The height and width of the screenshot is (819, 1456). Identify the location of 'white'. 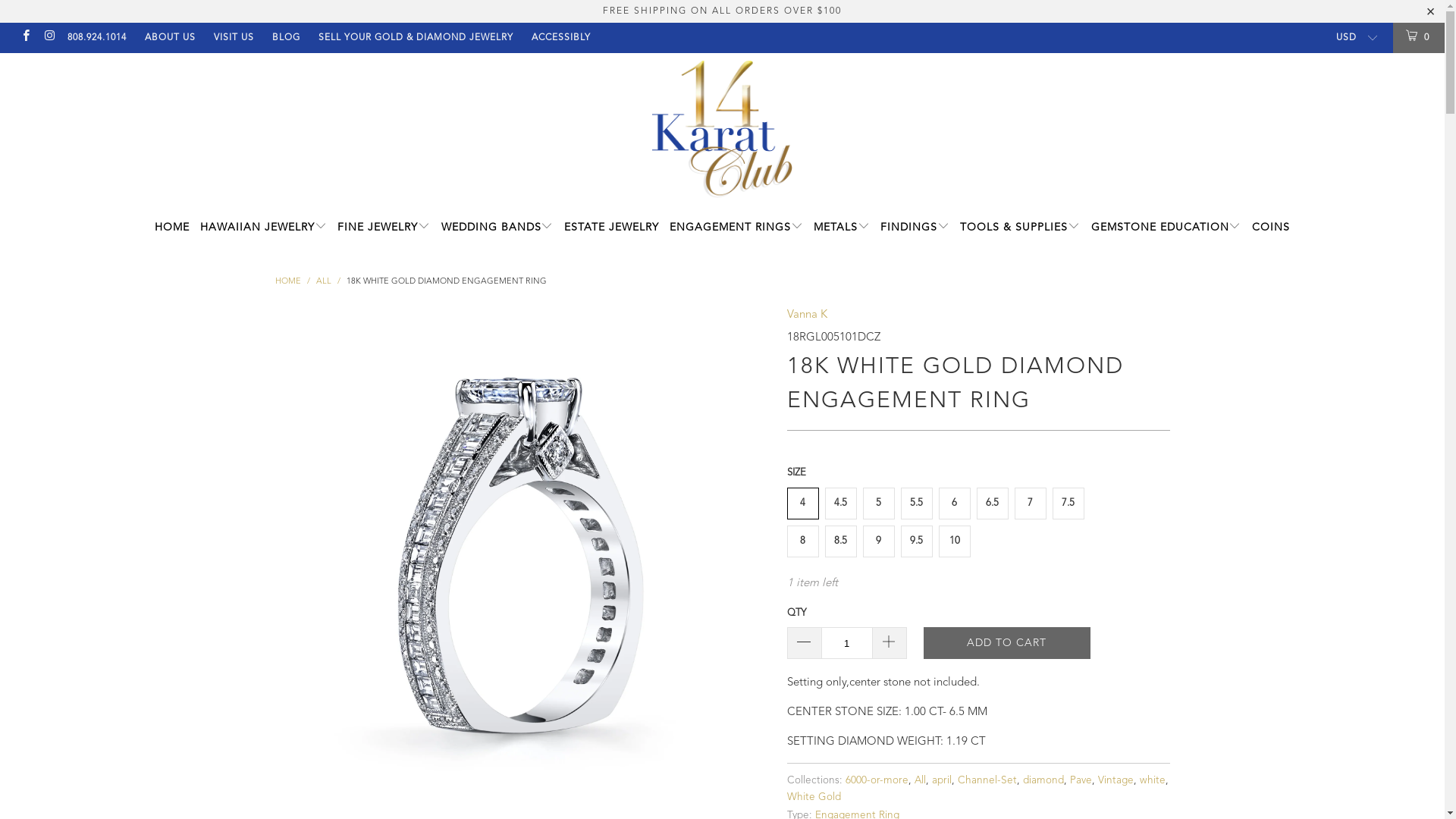
(1151, 780).